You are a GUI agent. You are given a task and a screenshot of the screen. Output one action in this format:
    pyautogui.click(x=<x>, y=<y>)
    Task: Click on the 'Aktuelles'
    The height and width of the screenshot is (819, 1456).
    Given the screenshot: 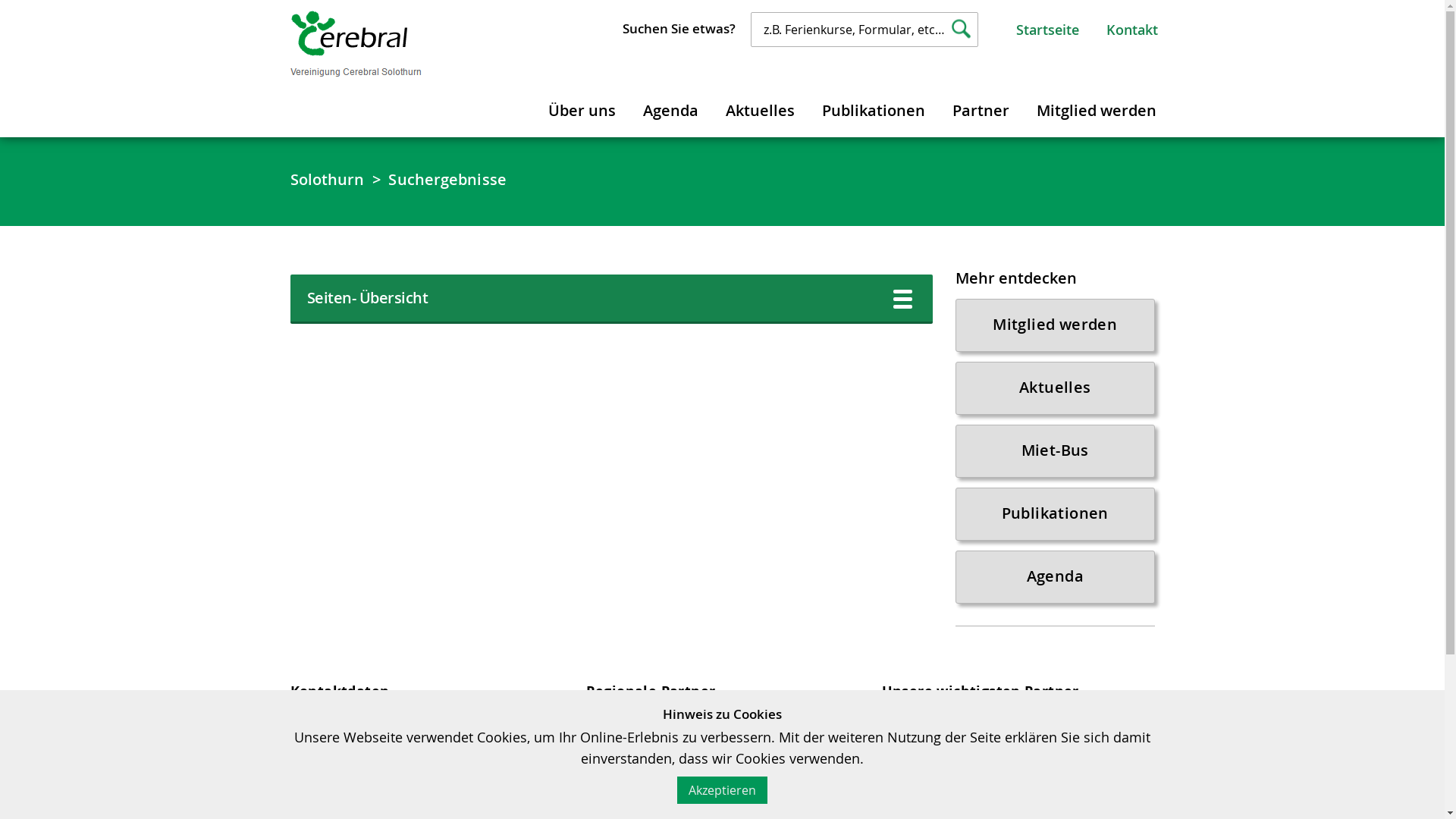 What is the action you would take?
    pyautogui.click(x=1054, y=388)
    